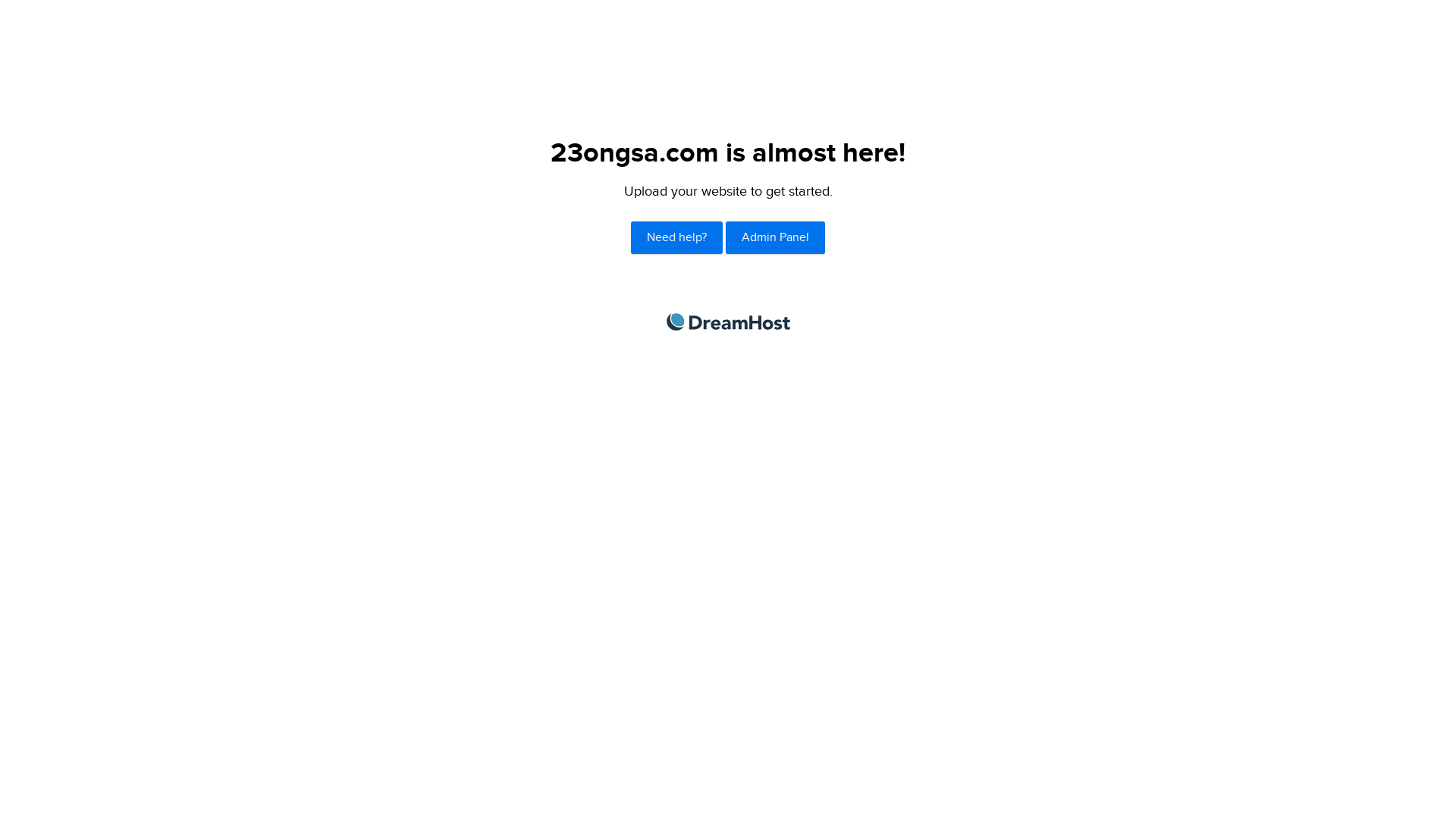 The image size is (1456, 819). Describe the element at coordinates (630, 237) in the screenshot. I see `'Need help?'` at that location.